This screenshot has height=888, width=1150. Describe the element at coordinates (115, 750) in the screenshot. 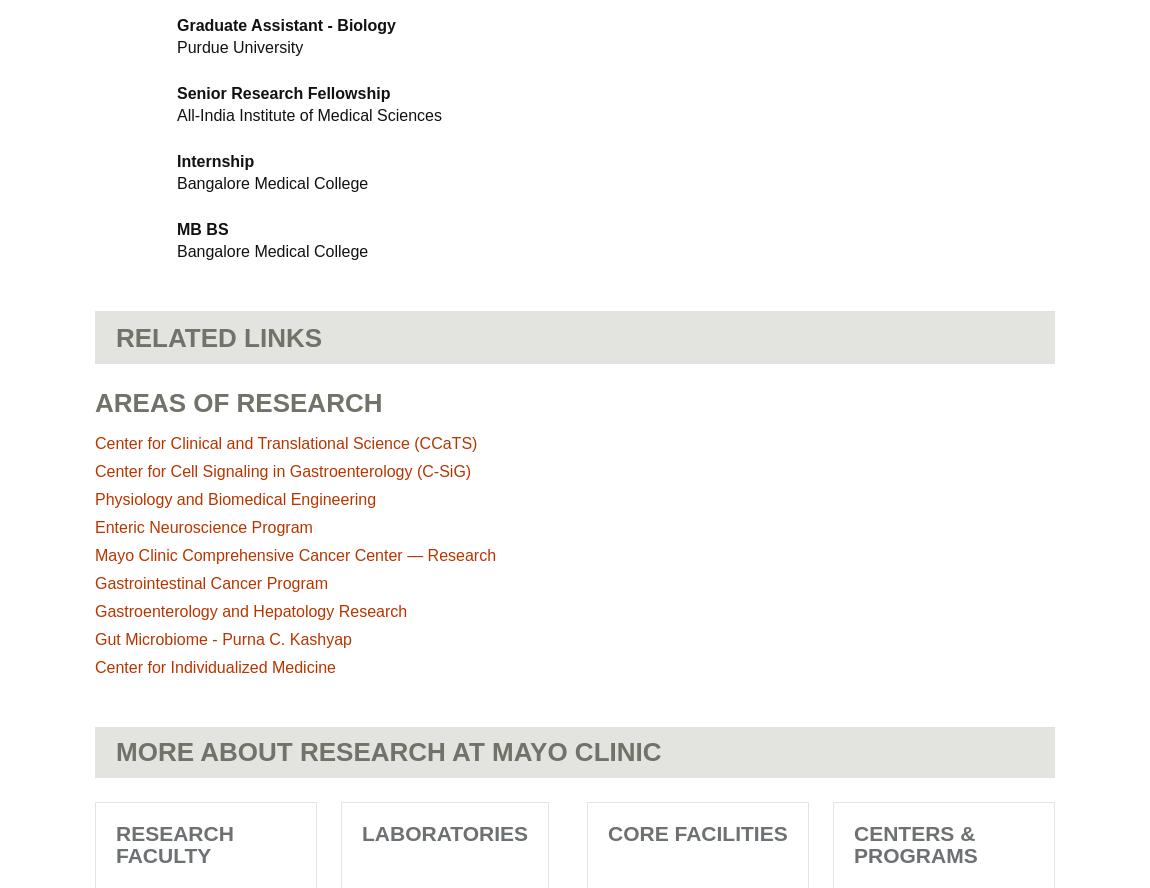

I see `'More about research at Mayo Clinic'` at that location.